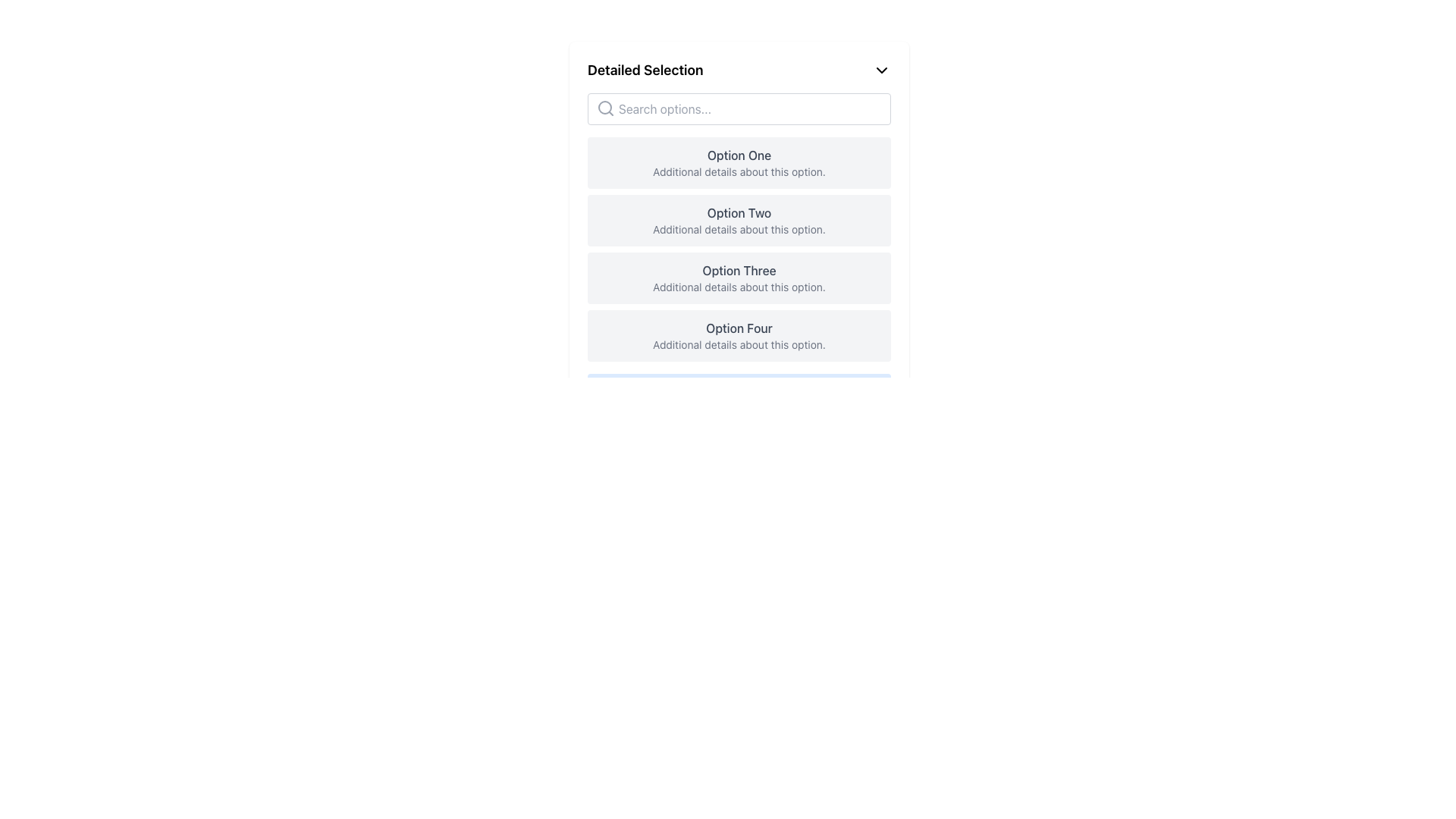  I want to click on the first selectable list item located immediately below the search bar to make a selection, so click(739, 163).